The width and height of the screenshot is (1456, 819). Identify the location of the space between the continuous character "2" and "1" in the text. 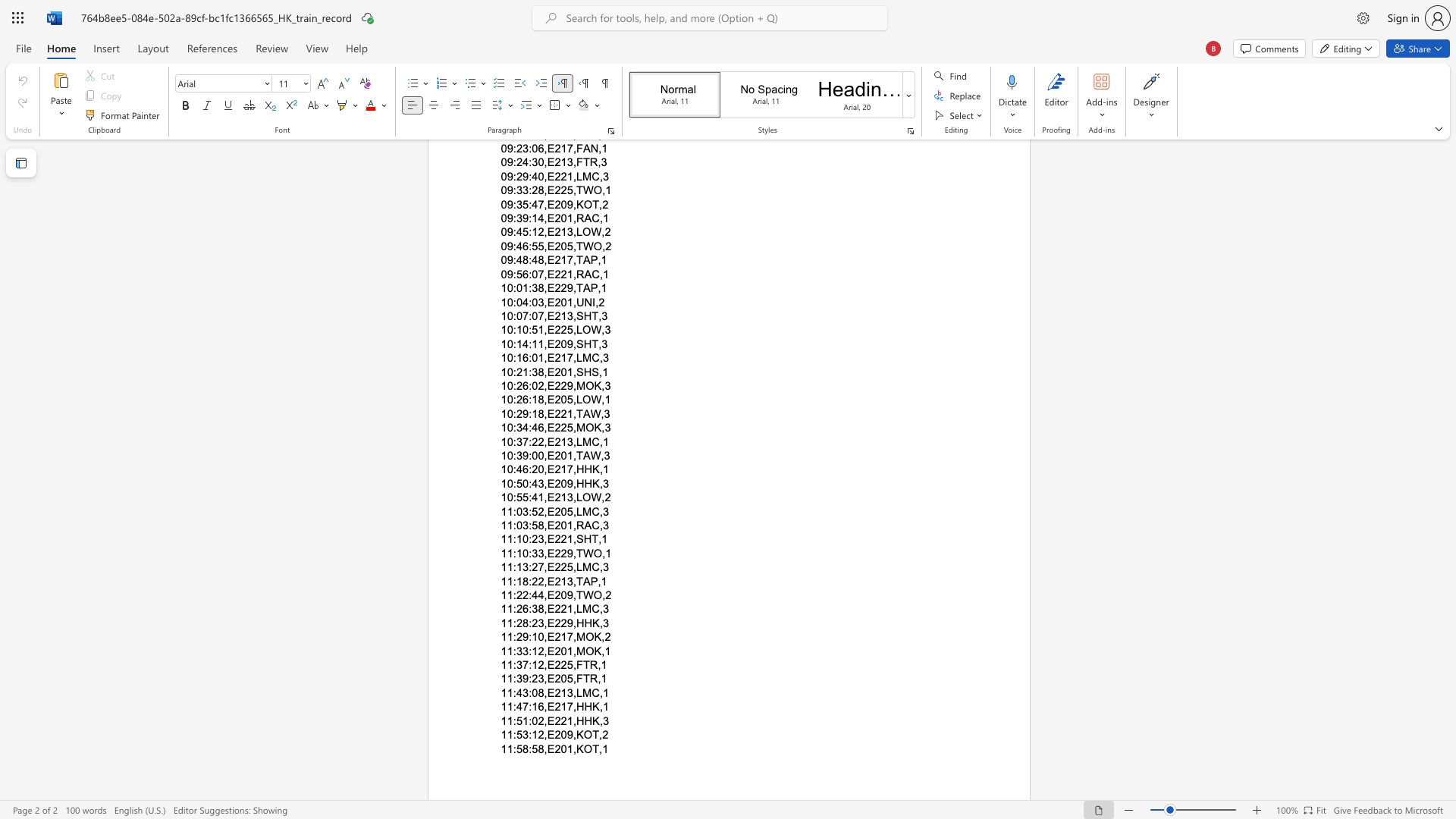
(560, 707).